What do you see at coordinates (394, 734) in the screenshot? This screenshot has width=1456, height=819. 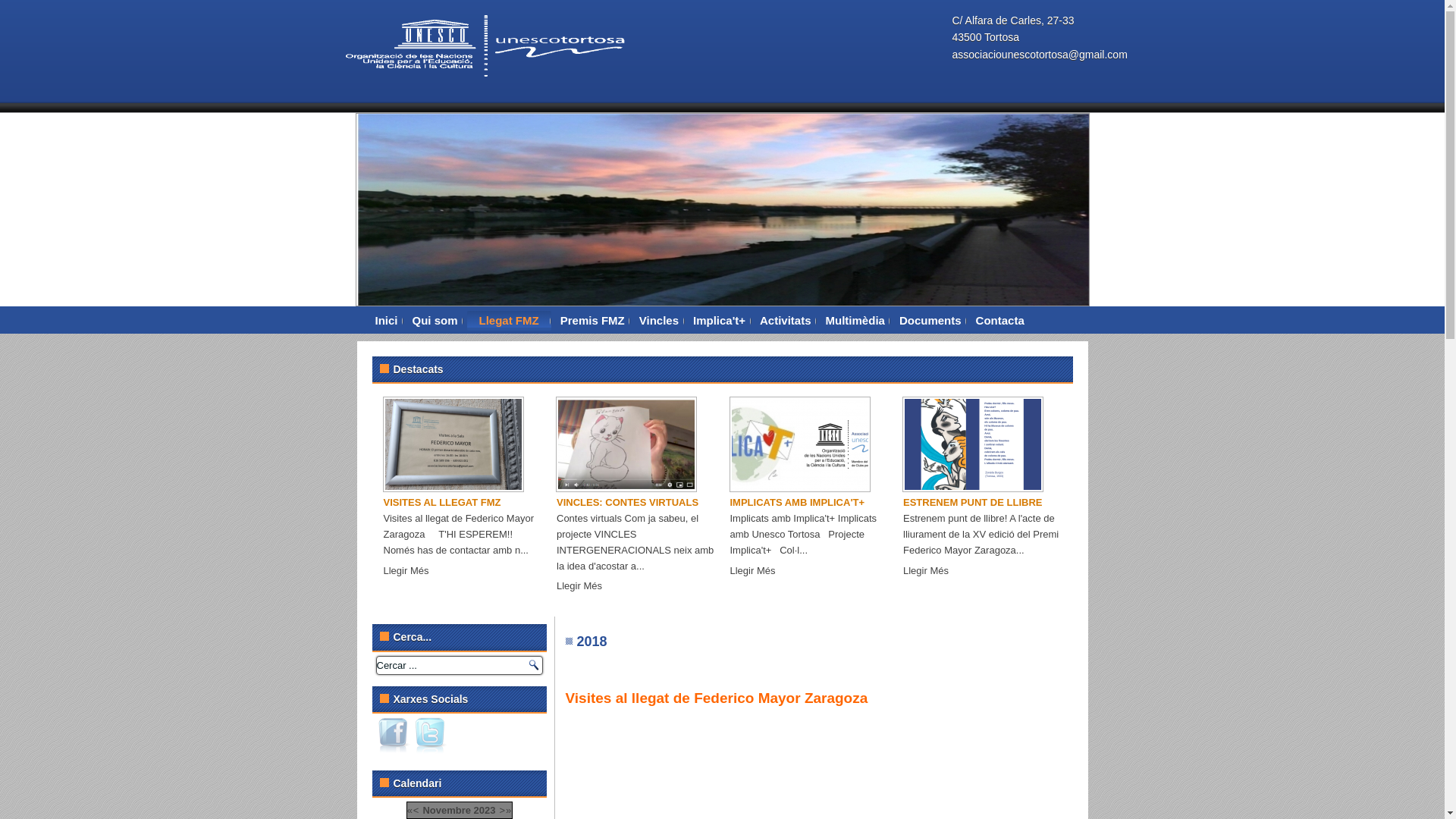 I see `'Facebook'` at bounding box center [394, 734].